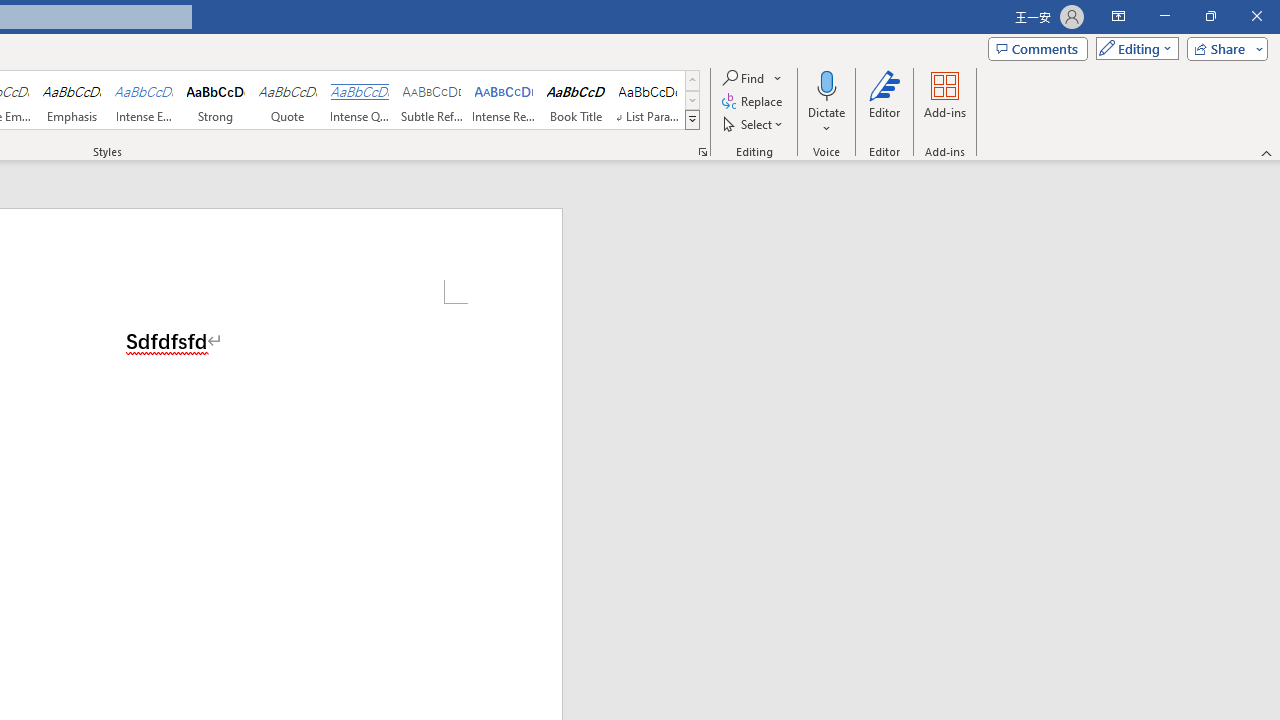 The image size is (1280, 720). Describe the element at coordinates (826, 84) in the screenshot. I see `'Dictate'` at that location.